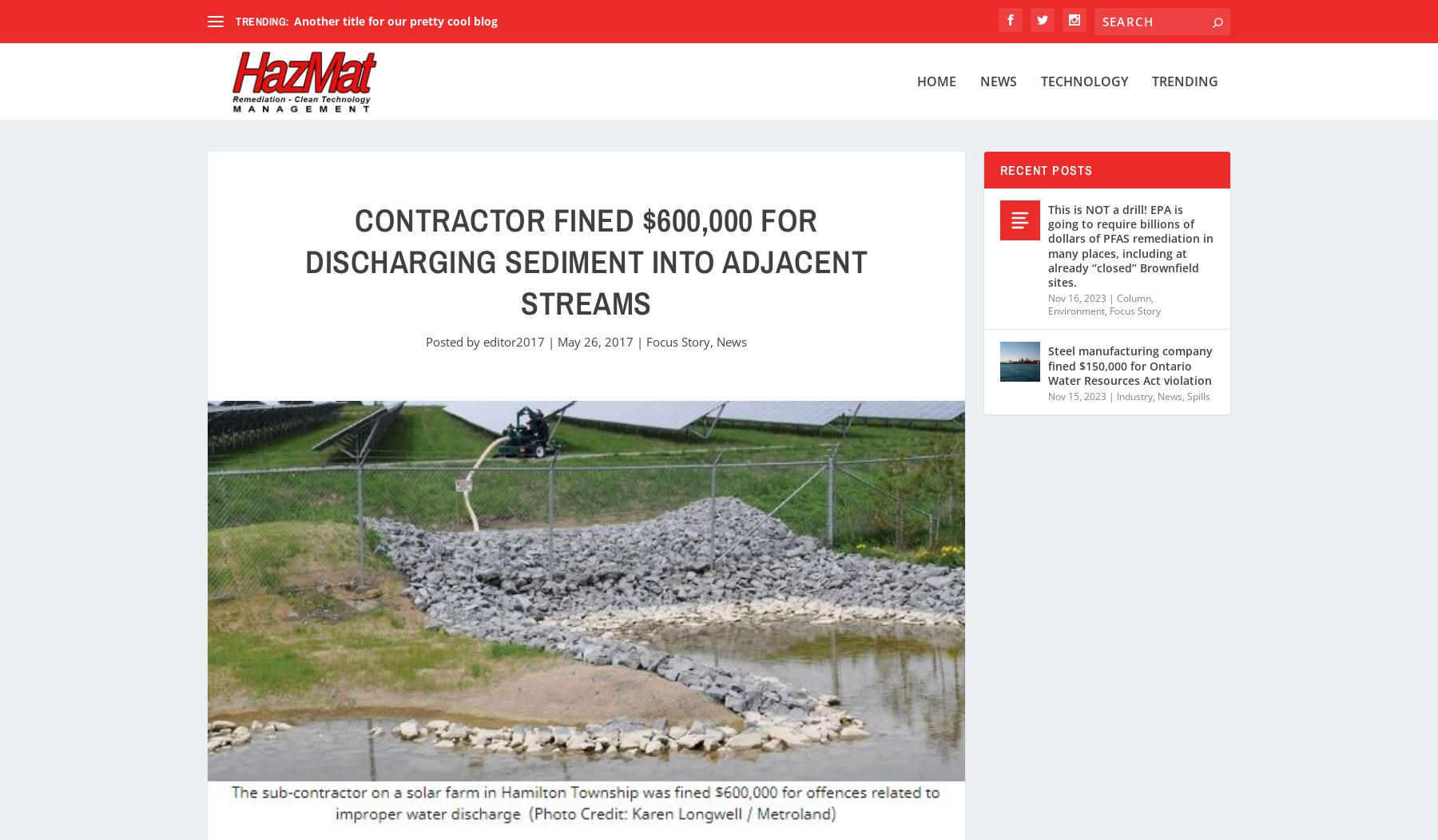 The width and height of the screenshot is (1438, 840). Describe the element at coordinates (454, 340) in the screenshot. I see `'Posted by'` at that location.